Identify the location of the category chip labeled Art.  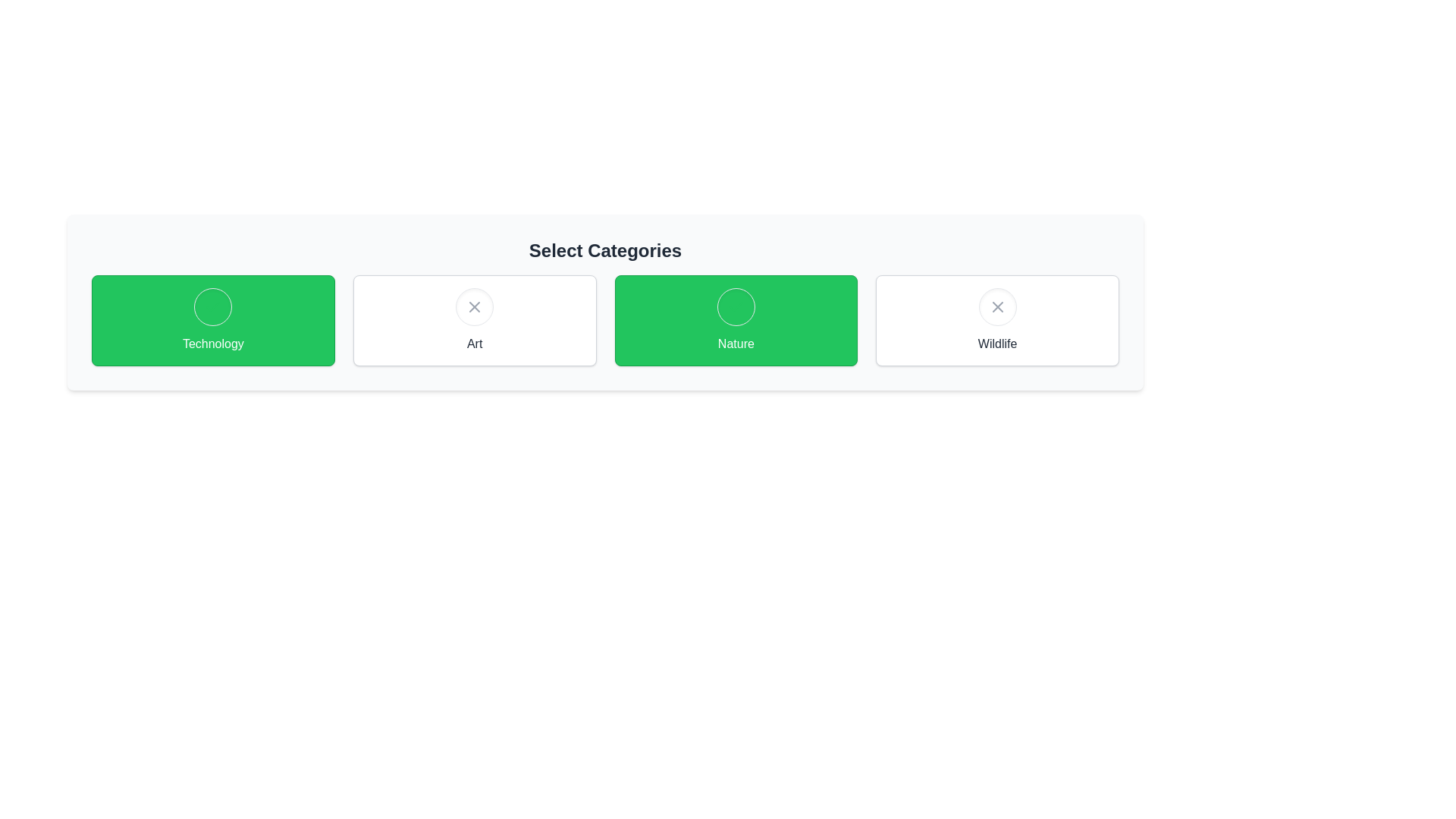
(474, 320).